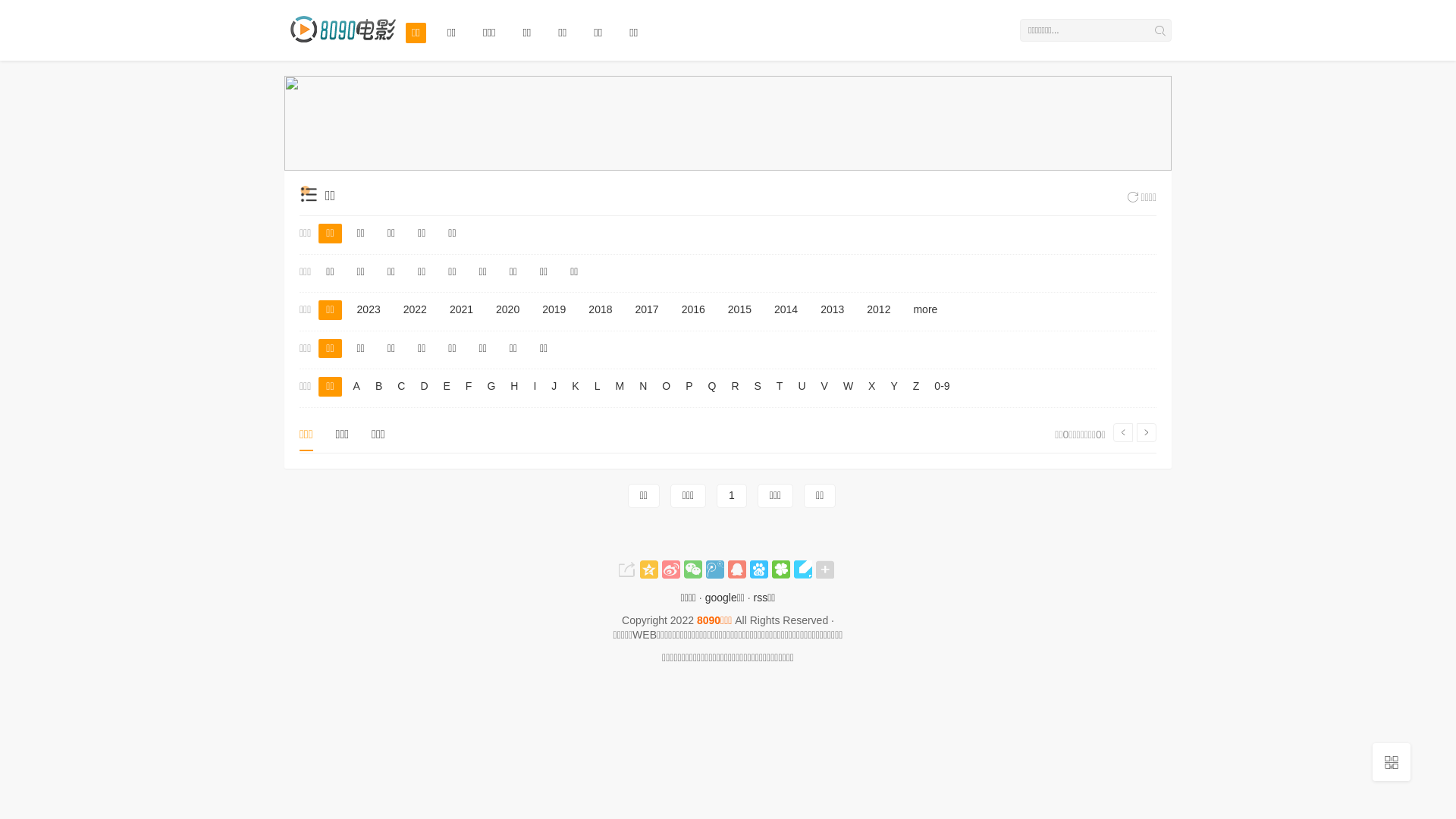  Describe the element at coordinates (758, 385) in the screenshot. I see `'S'` at that location.